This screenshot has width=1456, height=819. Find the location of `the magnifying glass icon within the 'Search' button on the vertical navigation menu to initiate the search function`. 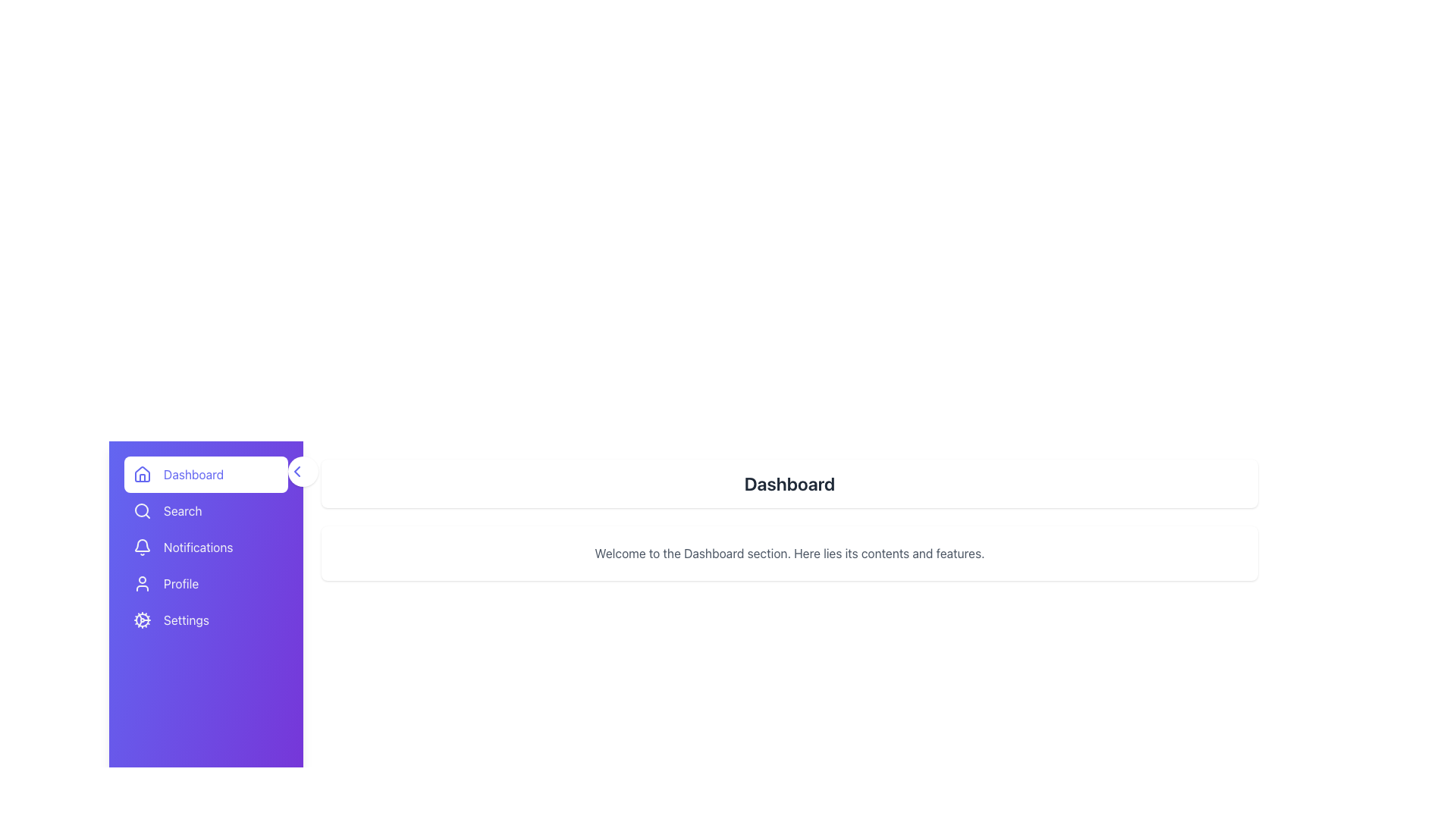

the magnifying glass icon within the 'Search' button on the vertical navigation menu to initiate the search function is located at coordinates (142, 511).